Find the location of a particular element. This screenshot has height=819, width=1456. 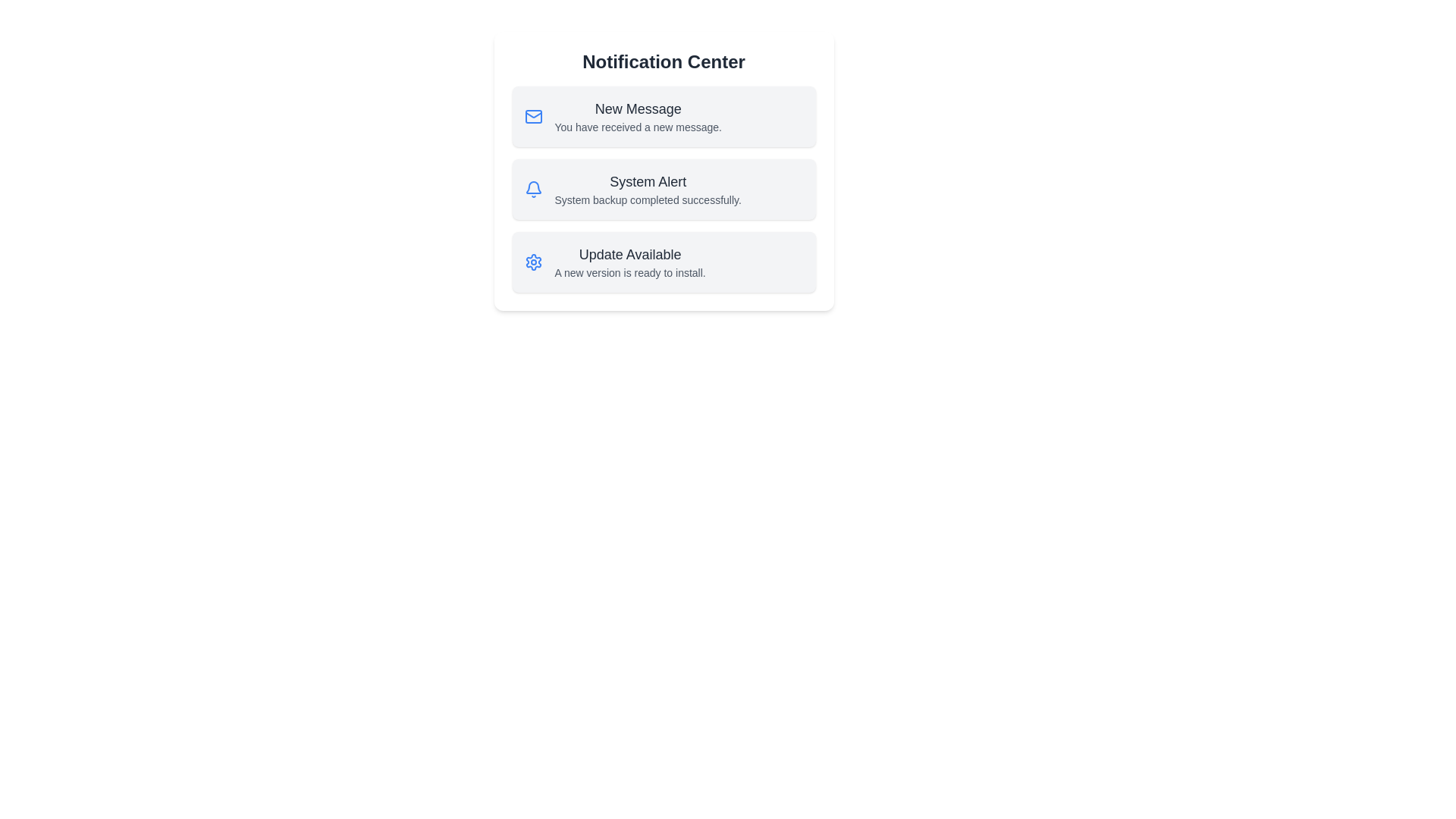

the second notification item in the Notification Center that displays the title 'System Alert' and the subtitle 'System backup completed successfully.' is located at coordinates (648, 189).